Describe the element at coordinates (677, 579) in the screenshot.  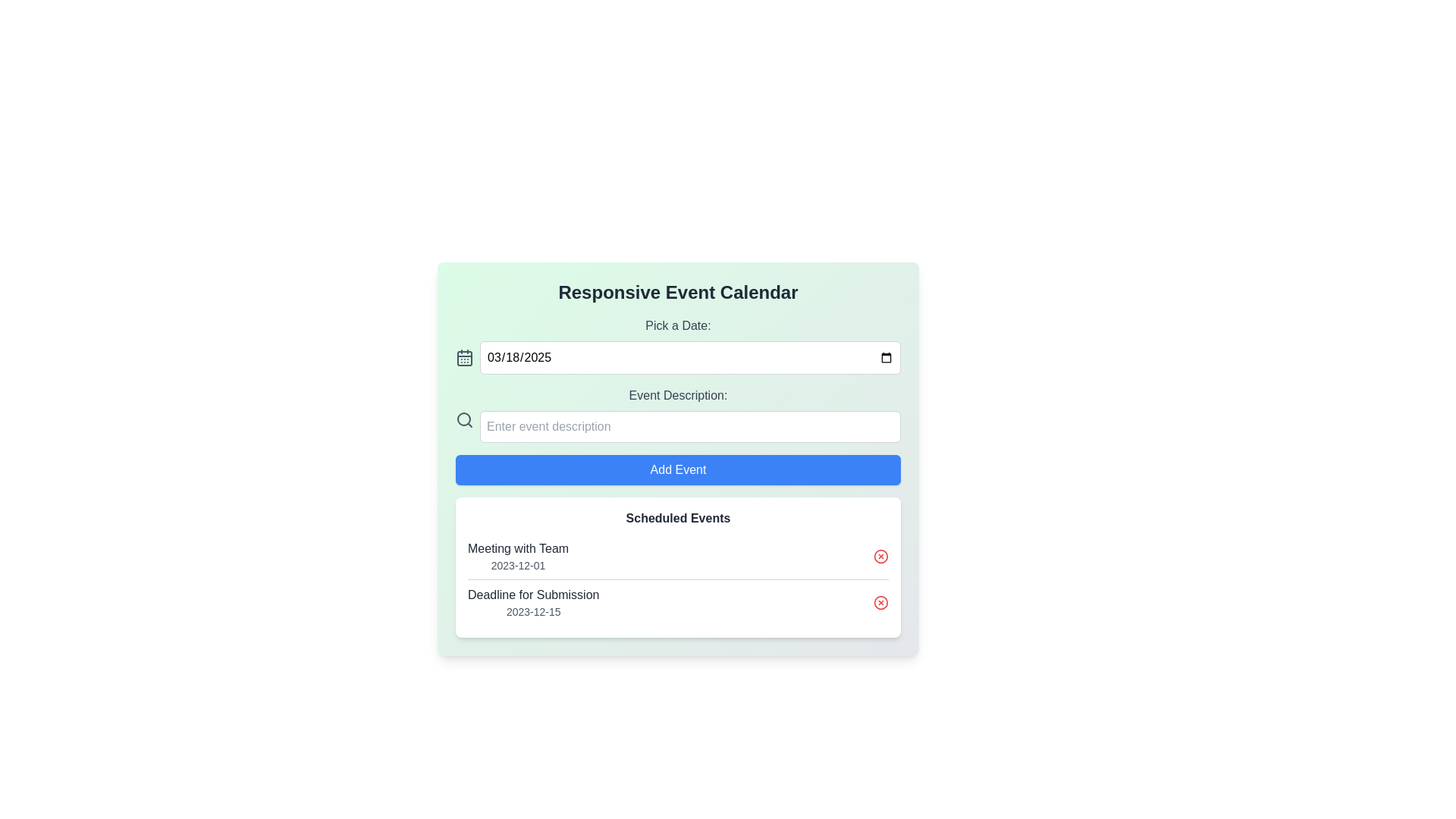
I see `the List of scheduled events located in the 'Scheduled Events' section below the 'Add Event' button` at that location.